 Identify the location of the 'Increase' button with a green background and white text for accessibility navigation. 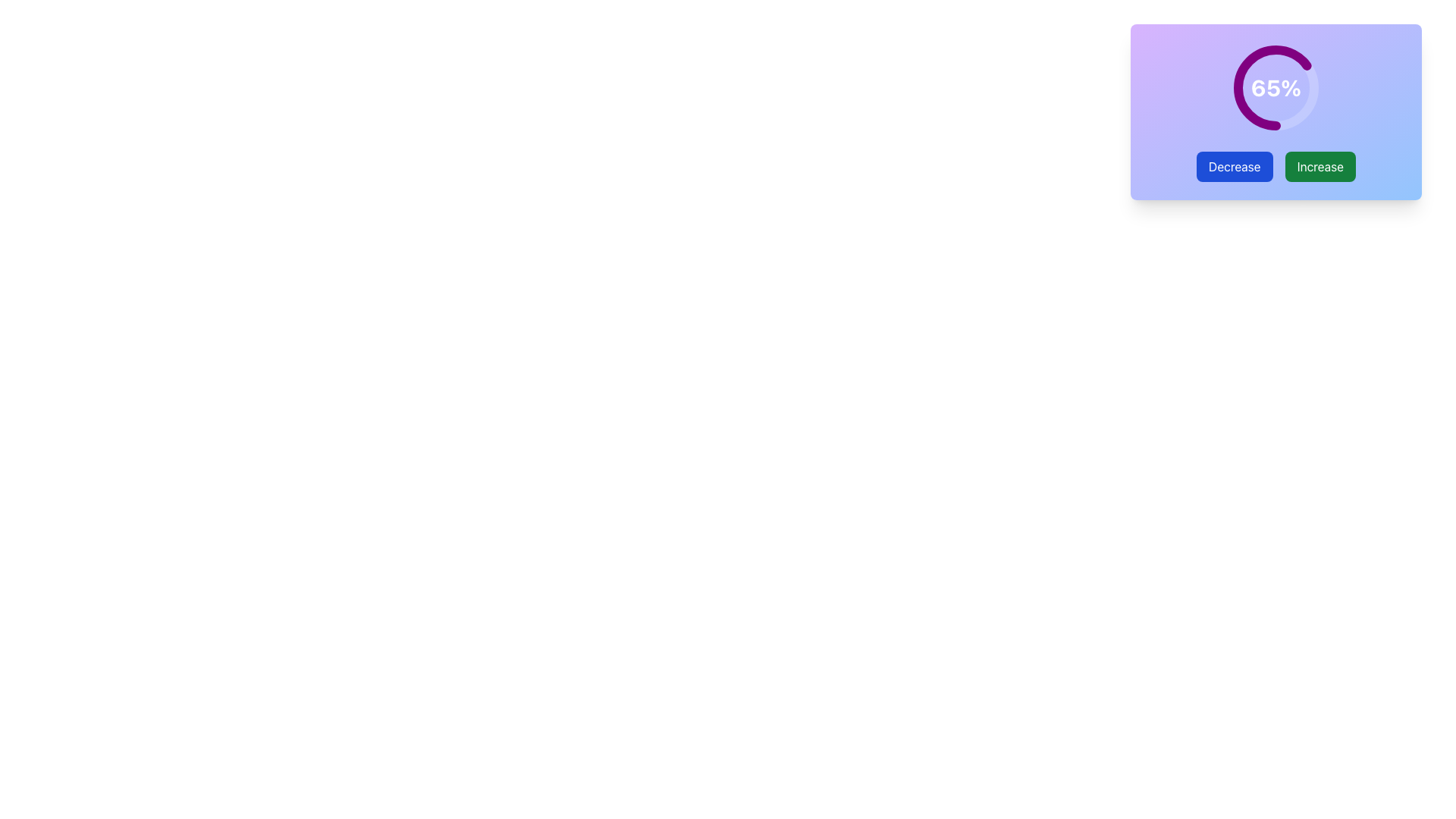
(1319, 166).